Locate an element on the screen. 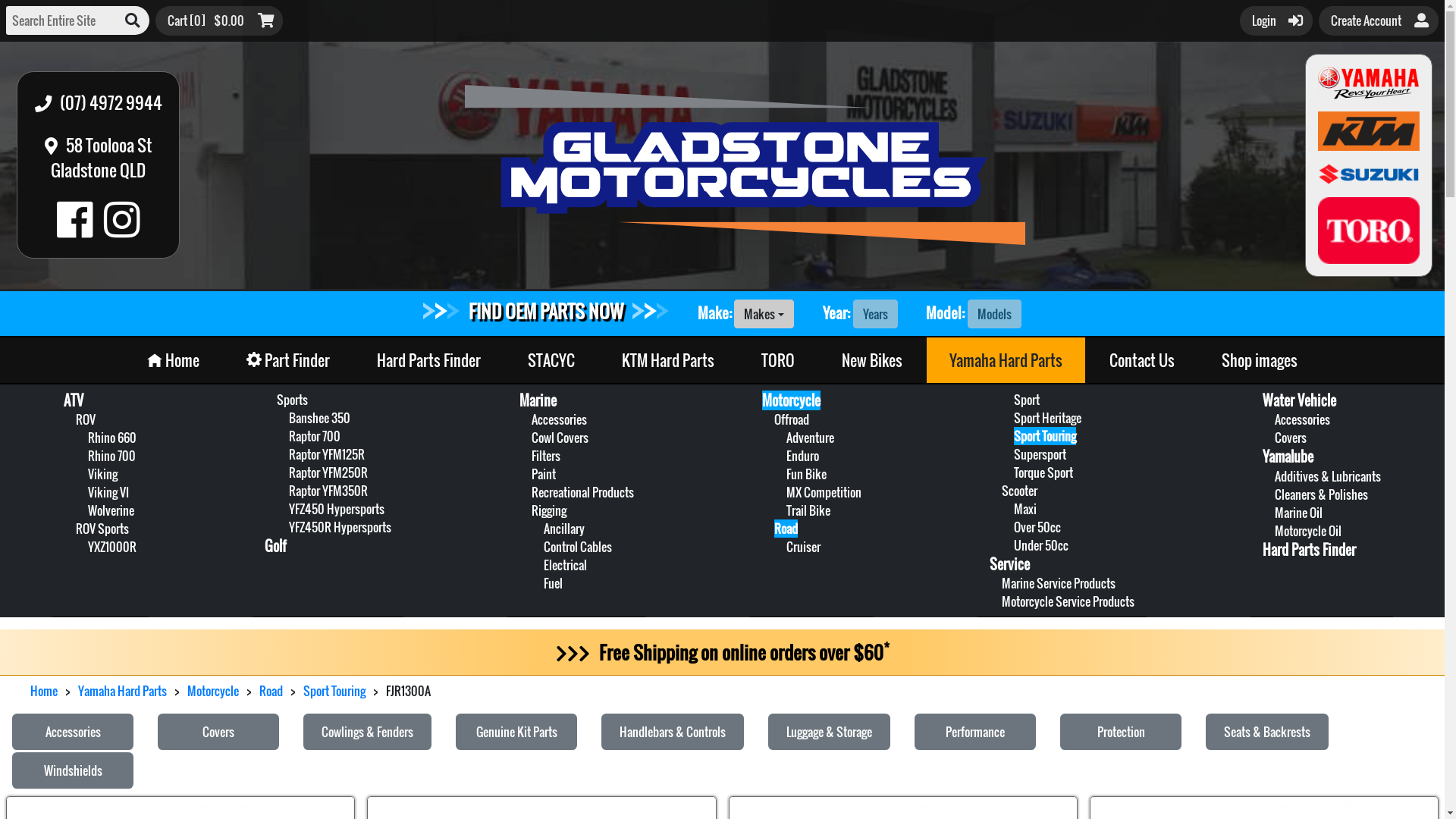  'Adventure' is located at coordinates (786, 438).